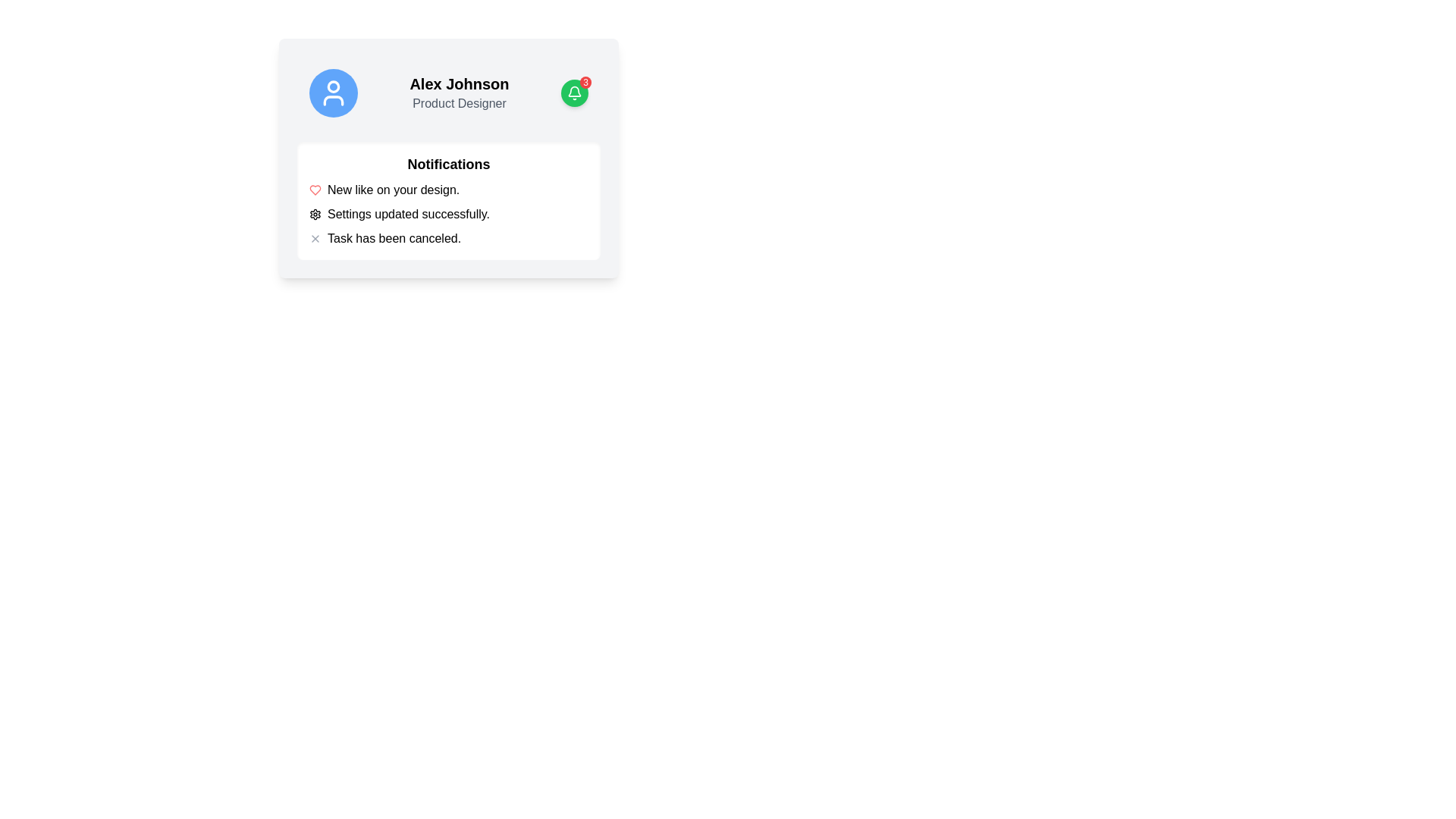  Describe the element at coordinates (315, 189) in the screenshot. I see `the 'like' icon located to the left of the text 'New like on your design.'` at that location.